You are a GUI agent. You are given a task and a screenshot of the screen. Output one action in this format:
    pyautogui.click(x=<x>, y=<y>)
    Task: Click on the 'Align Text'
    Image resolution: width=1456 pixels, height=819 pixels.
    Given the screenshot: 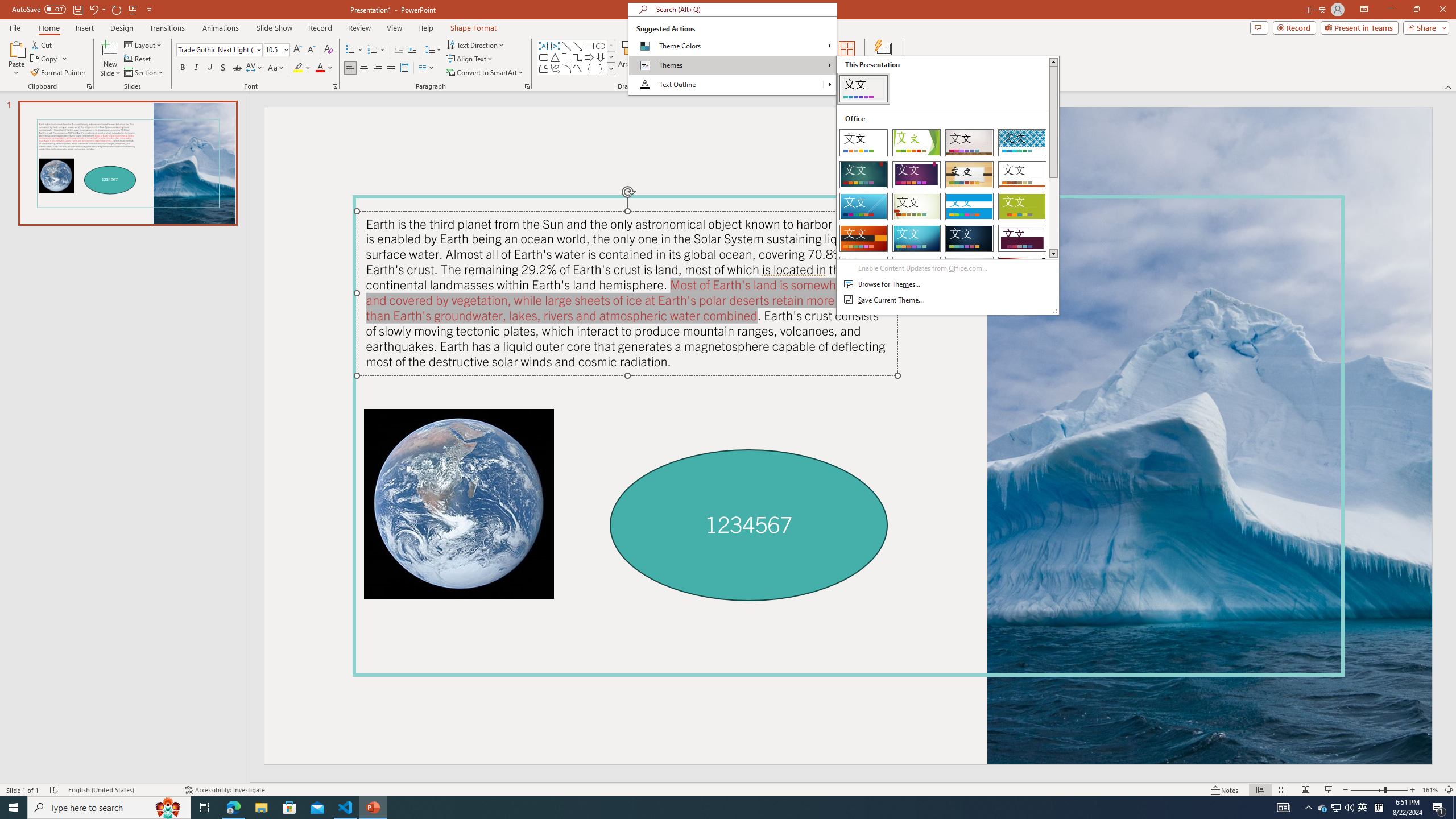 What is the action you would take?
    pyautogui.click(x=470, y=59)
    